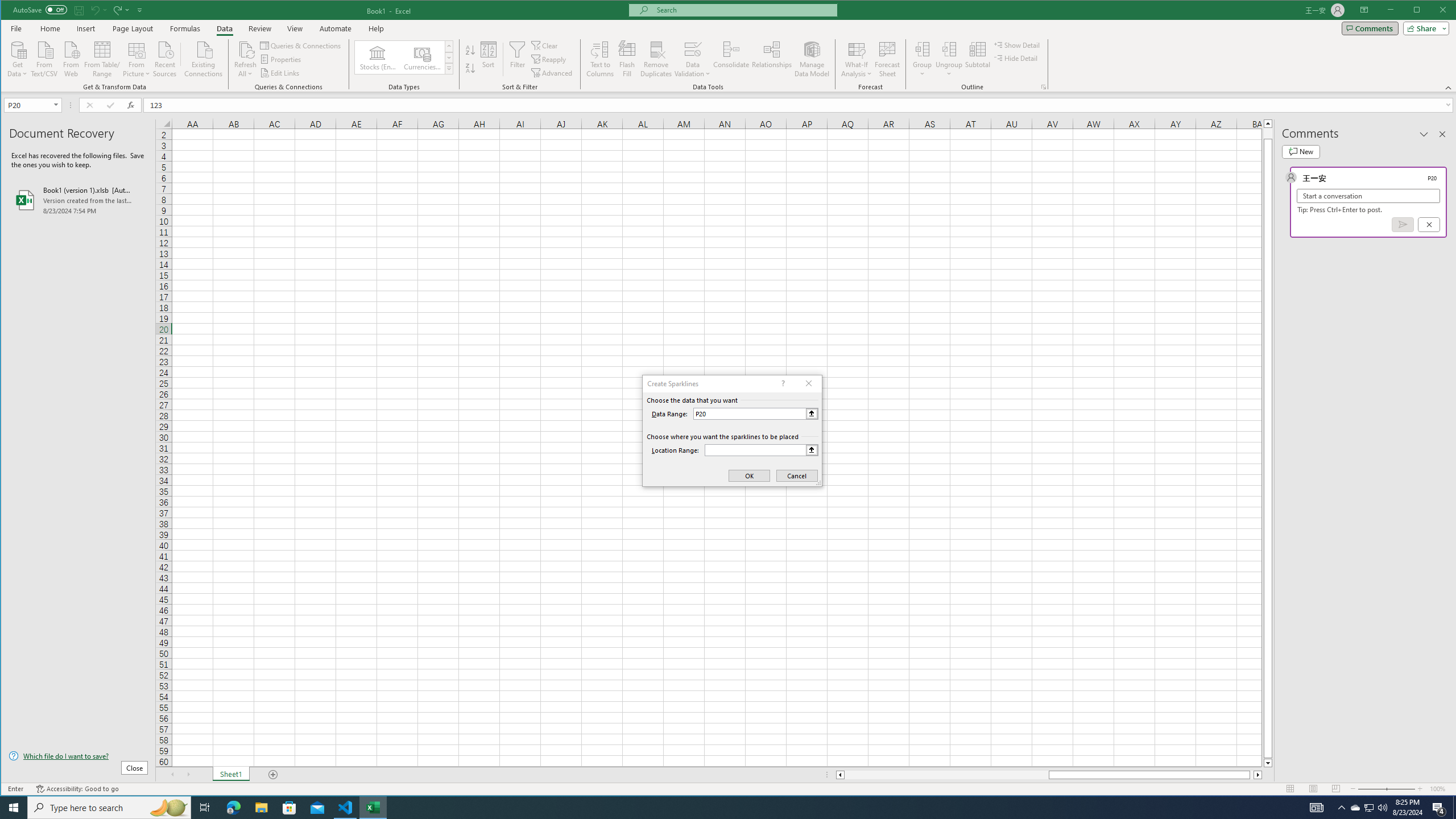 The image size is (1456, 819). What do you see at coordinates (470, 68) in the screenshot?
I see `'Sort Largest to Smallest'` at bounding box center [470, 68].